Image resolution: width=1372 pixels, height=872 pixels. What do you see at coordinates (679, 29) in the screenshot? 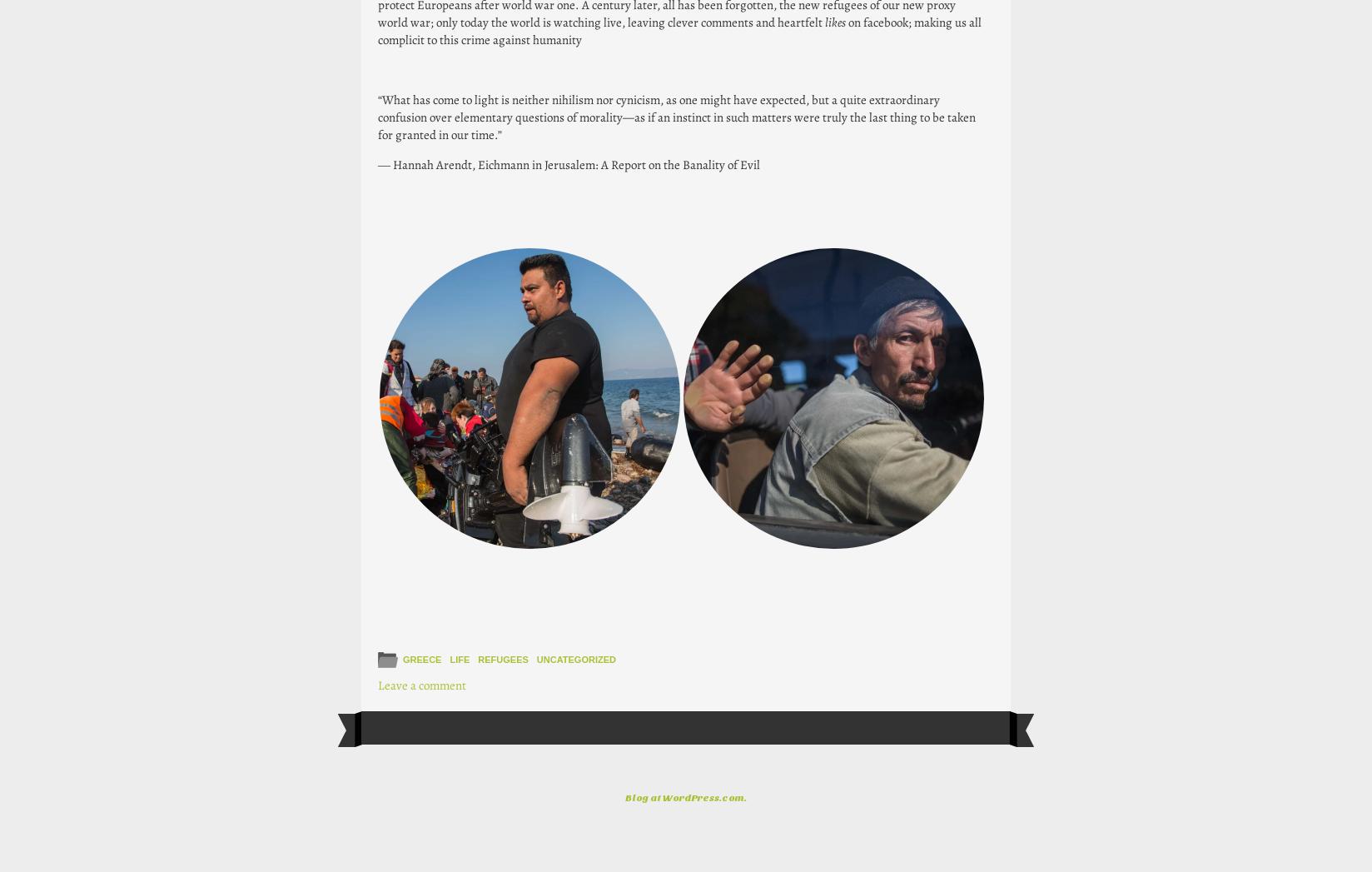
I see `'on facebook; making us all complicit to this crime against humanity'` at bounding box center [679, 29].